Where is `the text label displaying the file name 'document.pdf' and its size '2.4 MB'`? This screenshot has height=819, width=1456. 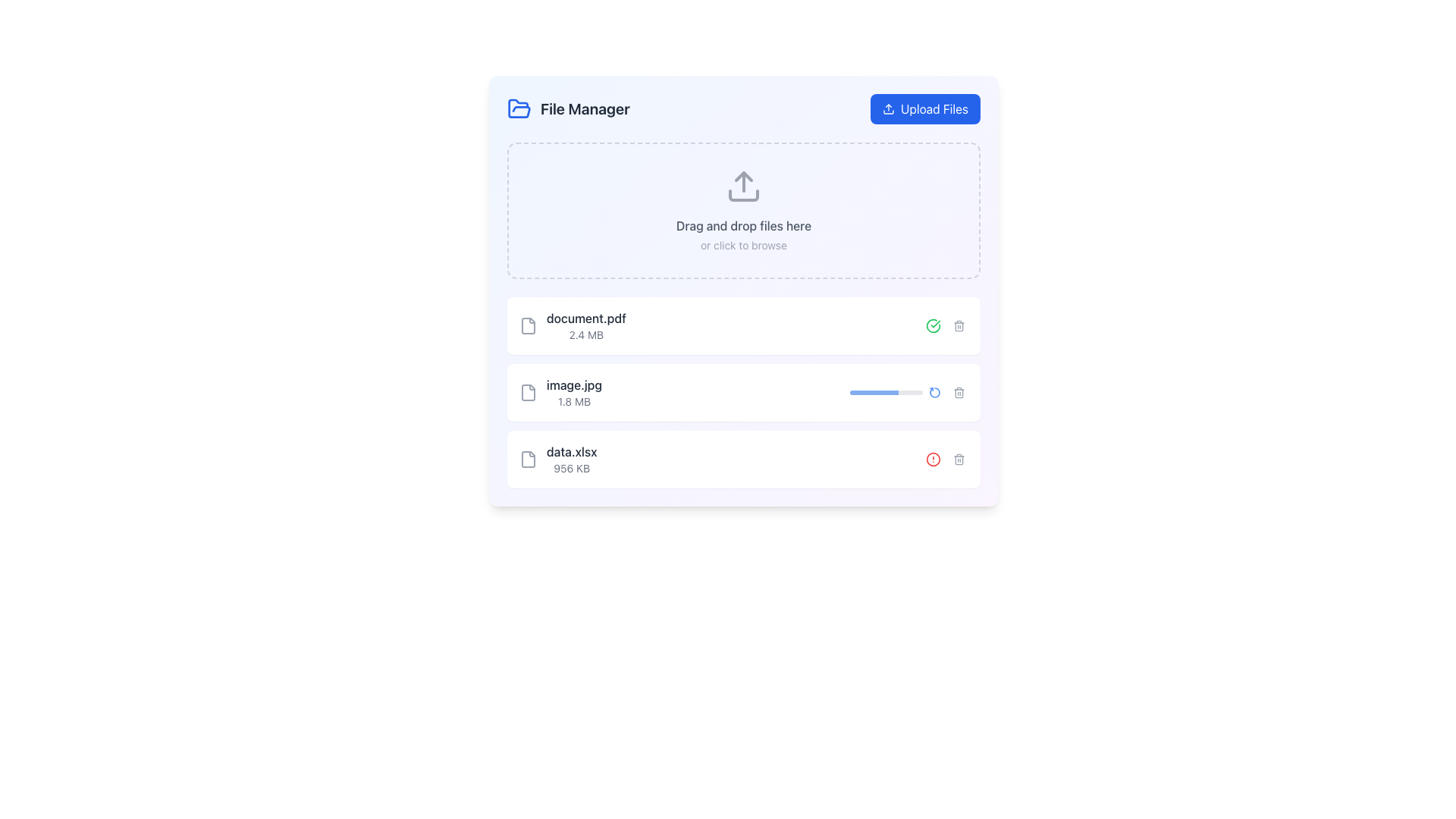 the text label displaying the file name 'document.pdf' and its size '2.4 MB' is located at coordinates (585, 325).